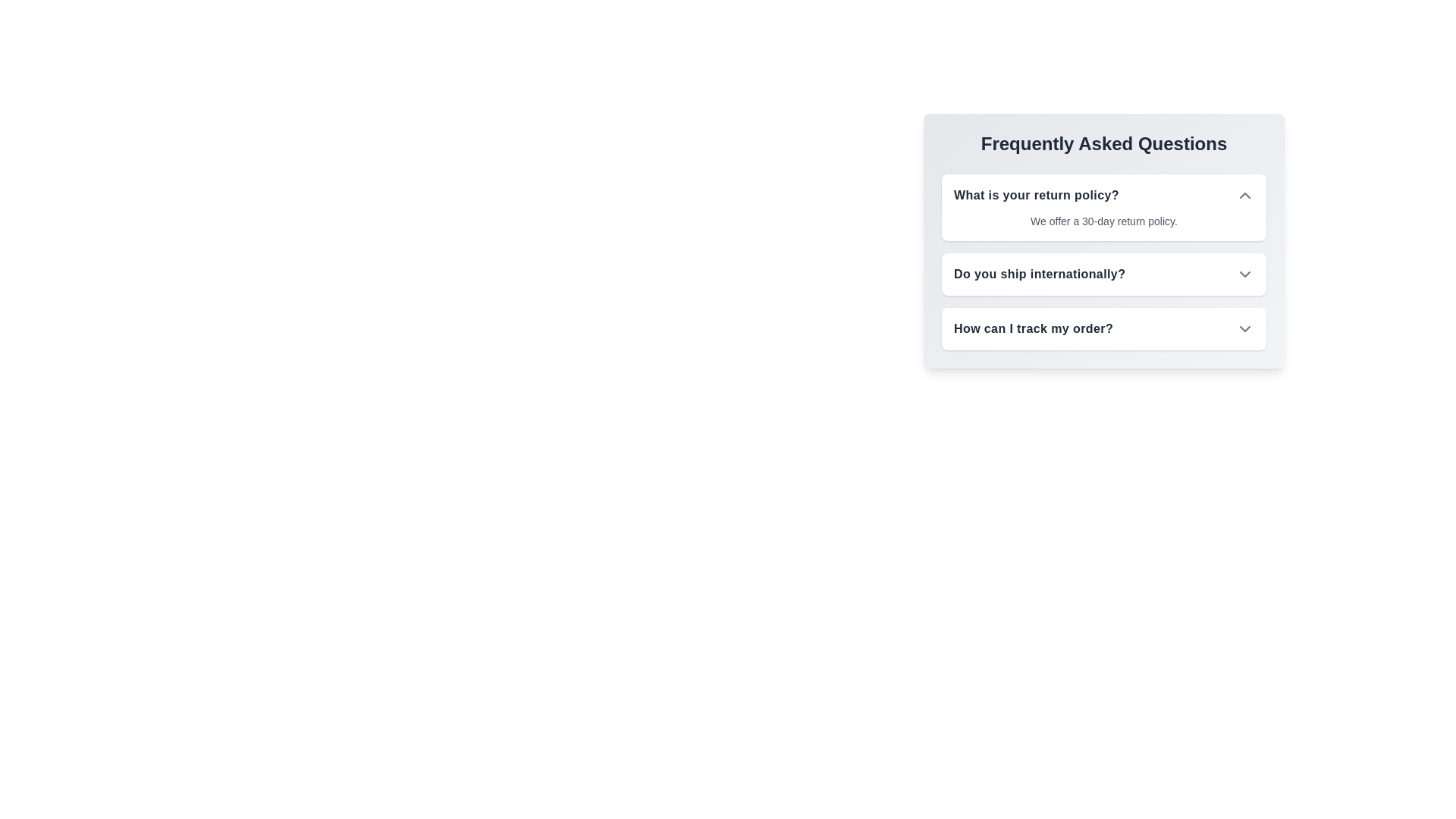 This screenshot has height=819, width=1456. What do you see at coordinates (1244, 195) in the screenshot?
I see `the FAQ question What is your return policy? to toggle its answer` at bounding box center [1244, 195].